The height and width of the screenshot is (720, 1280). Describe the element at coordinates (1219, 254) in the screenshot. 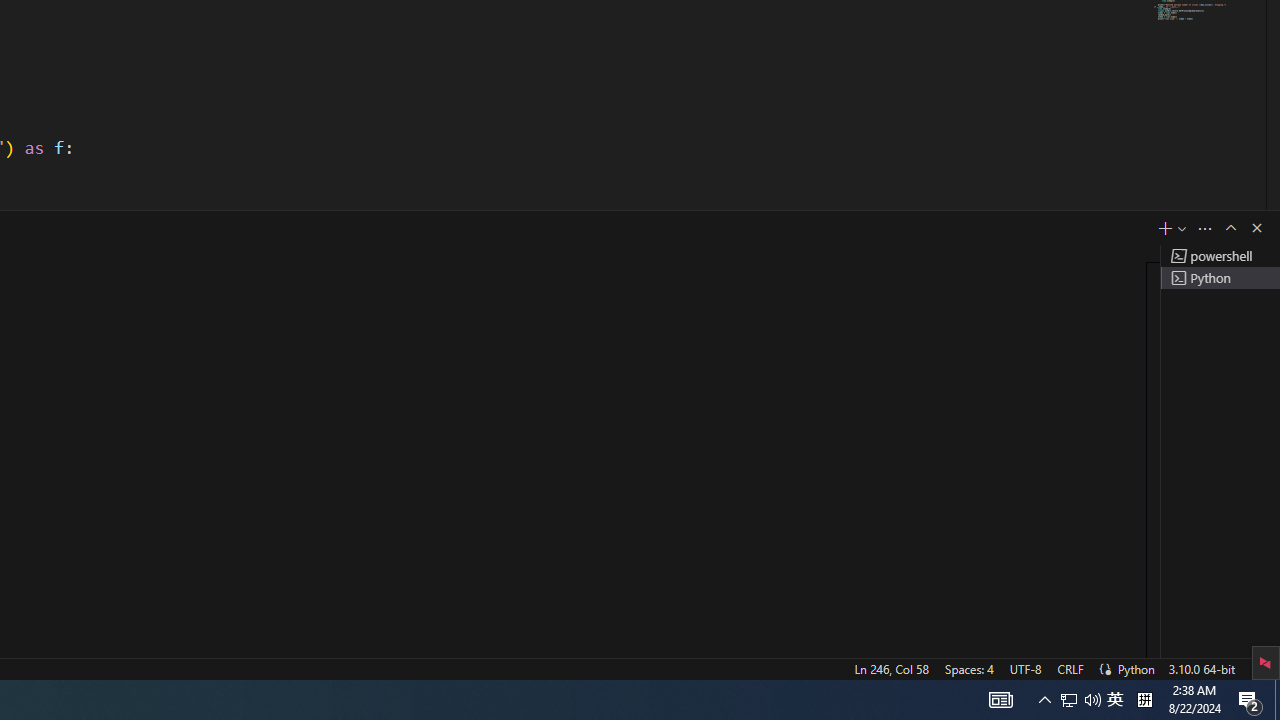

I see `'Terminal 1 powershell'` at that location.